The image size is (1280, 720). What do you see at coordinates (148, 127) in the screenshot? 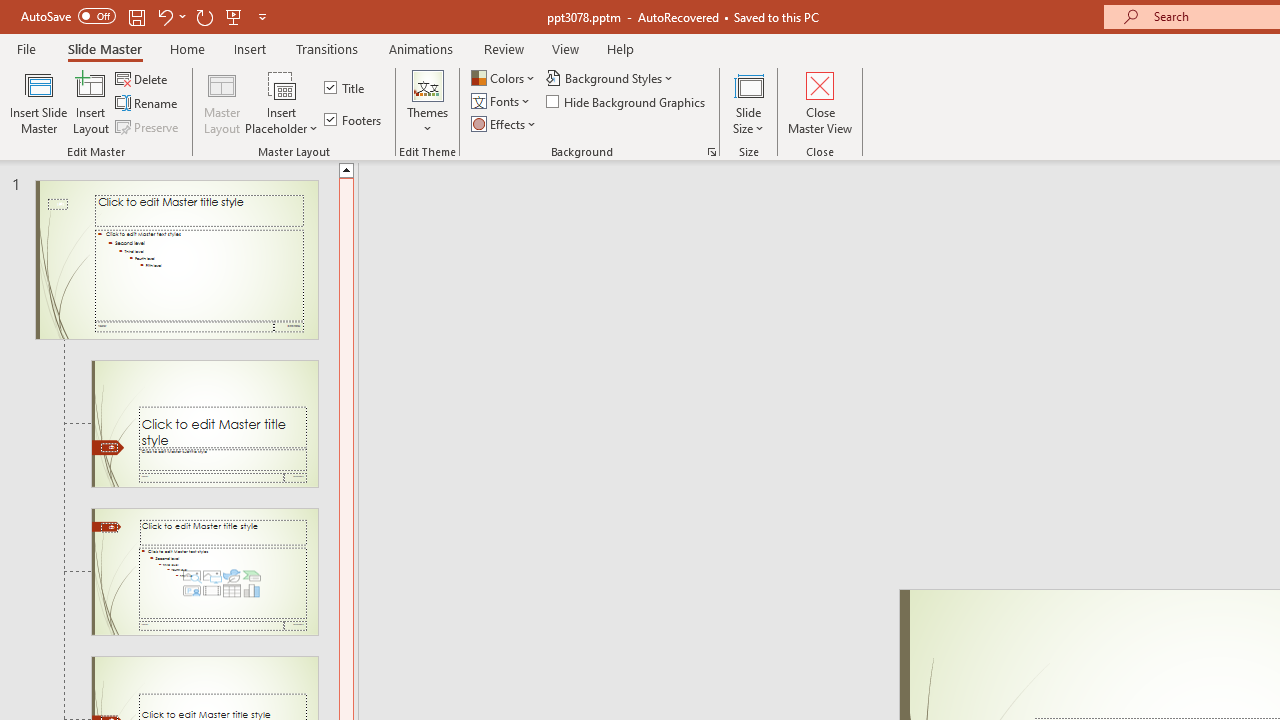
I see `'Preserve'` at bounding box center [148, 127].